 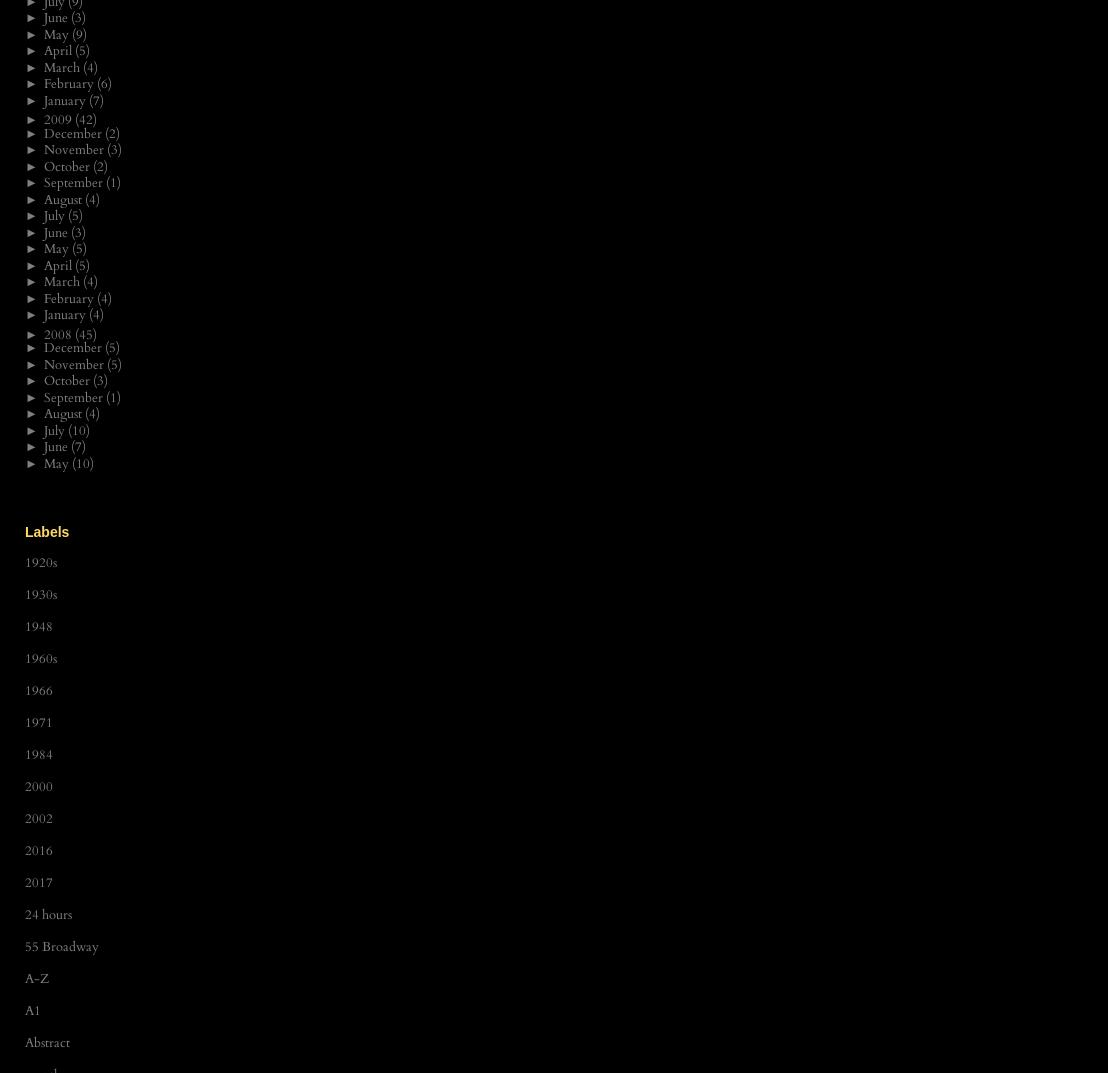 I want to click on '2009', so click(x=57, y=119).